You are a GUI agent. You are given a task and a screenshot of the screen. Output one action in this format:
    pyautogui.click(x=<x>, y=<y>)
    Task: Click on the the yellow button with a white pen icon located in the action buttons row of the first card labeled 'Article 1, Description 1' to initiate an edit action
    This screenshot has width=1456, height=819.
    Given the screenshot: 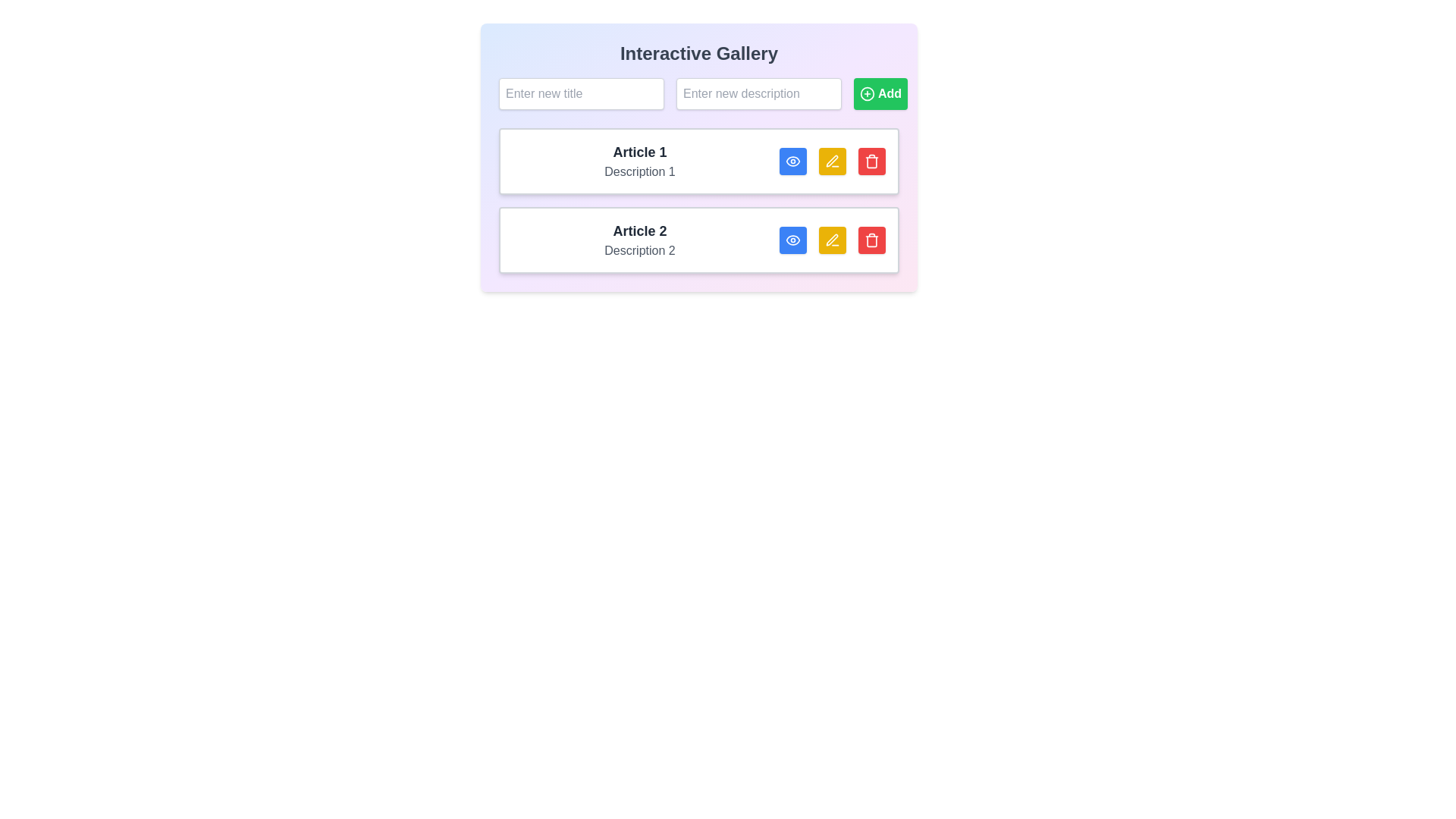 What is the action you would take?
    pyautogui.click(x=832, y=161)
    